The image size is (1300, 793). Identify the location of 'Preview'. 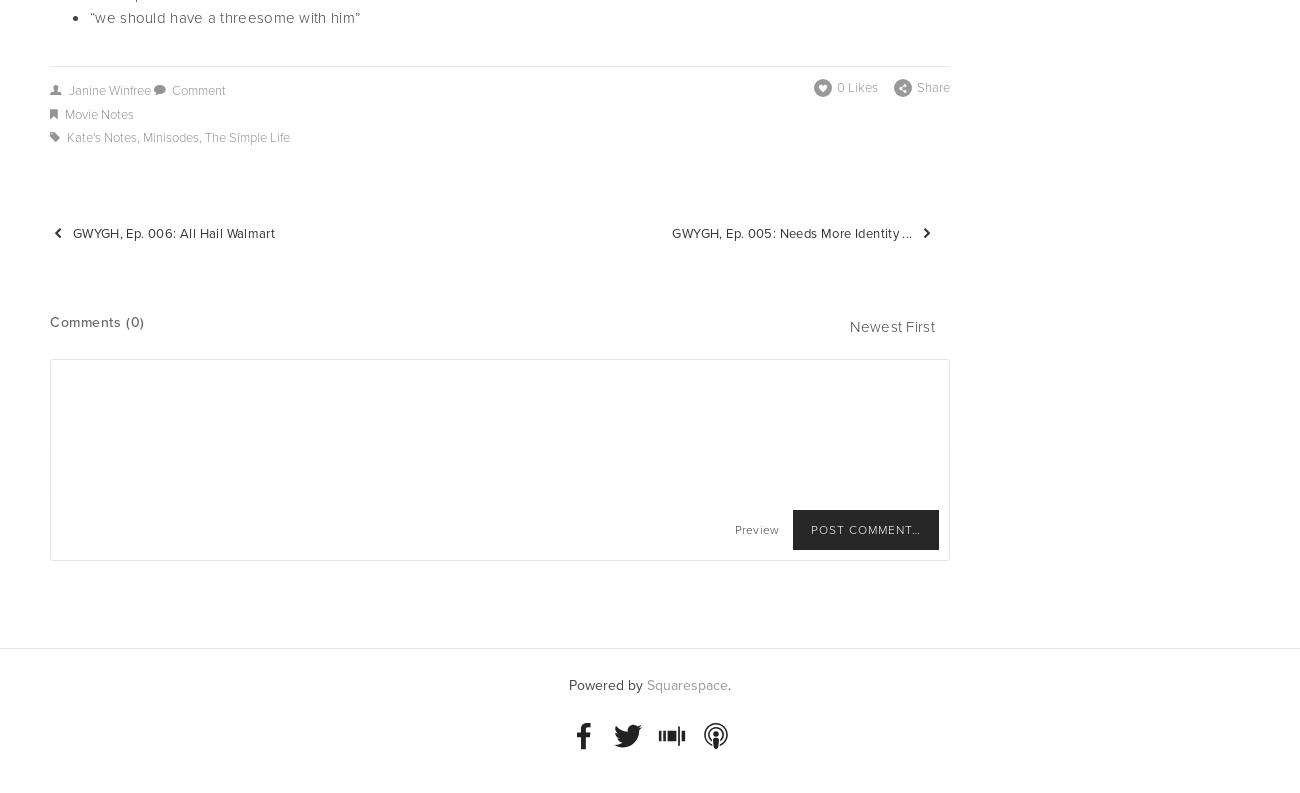
(756, 528).